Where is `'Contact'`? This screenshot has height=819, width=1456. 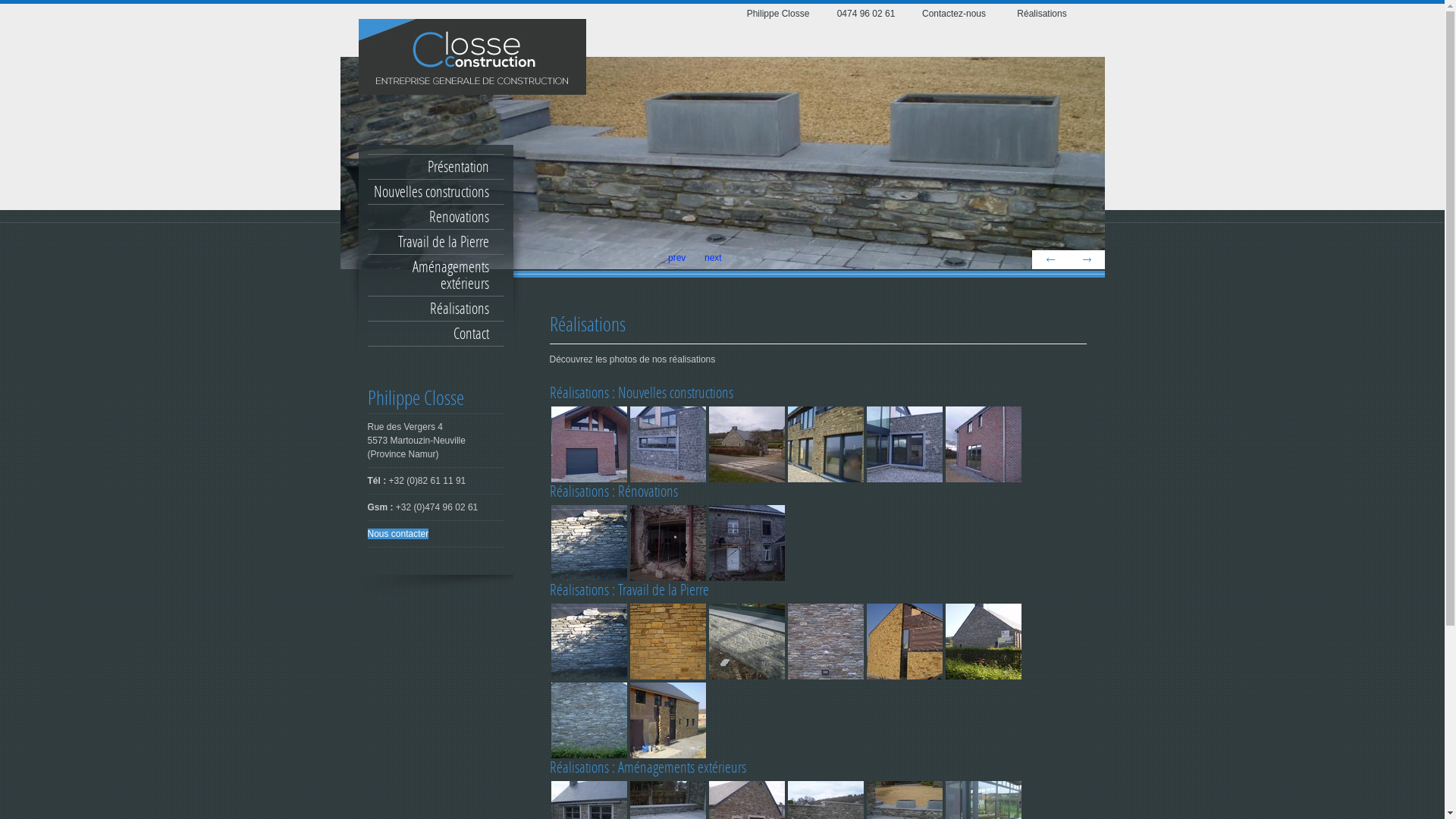
'Contact' is located at coordinates (435, 332).